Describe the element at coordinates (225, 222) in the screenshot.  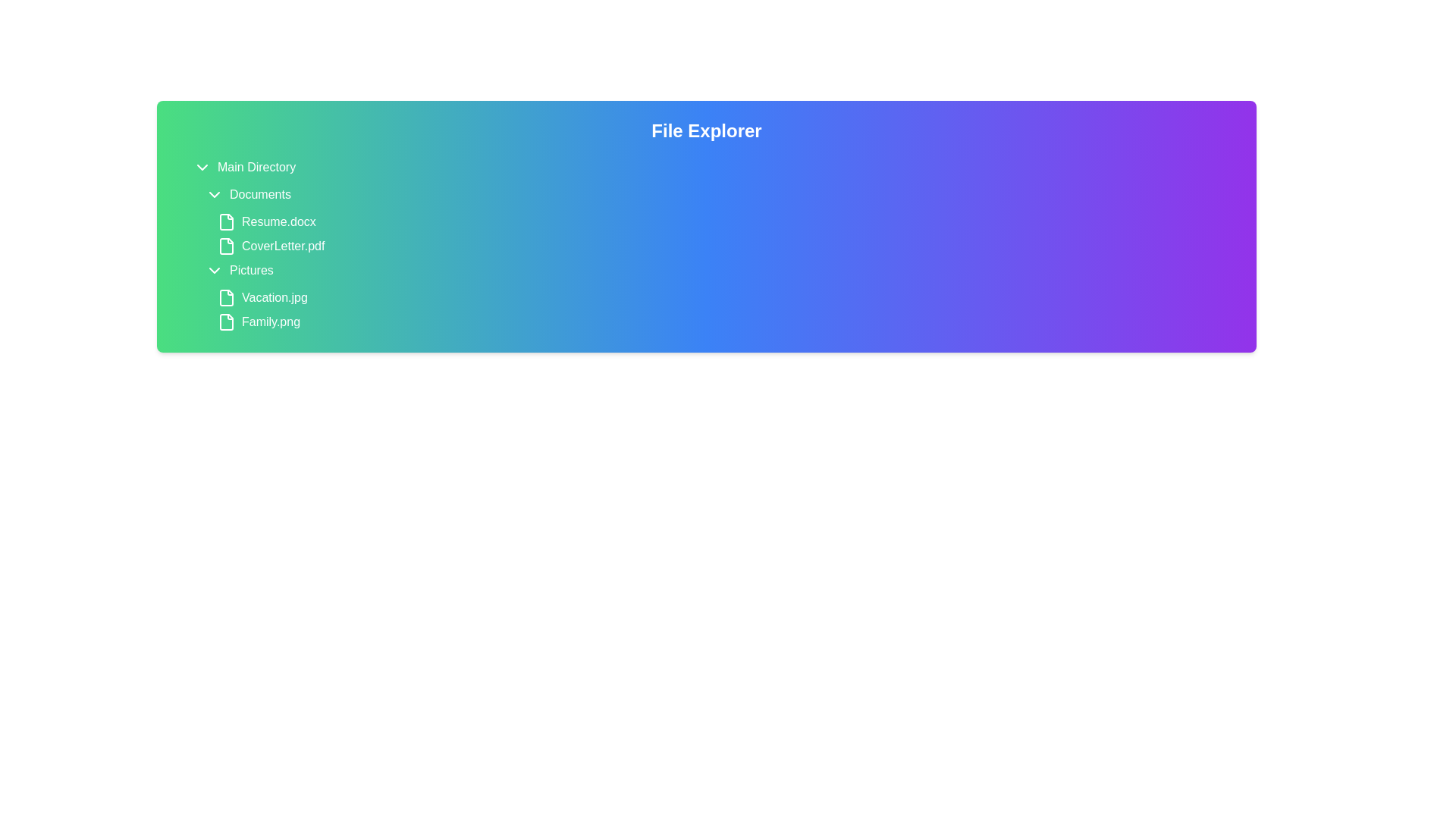
I see `the document file icon with a green background and white outlines, located directly to the left of 'Resume.docx' in the Documents folder section` at that location.